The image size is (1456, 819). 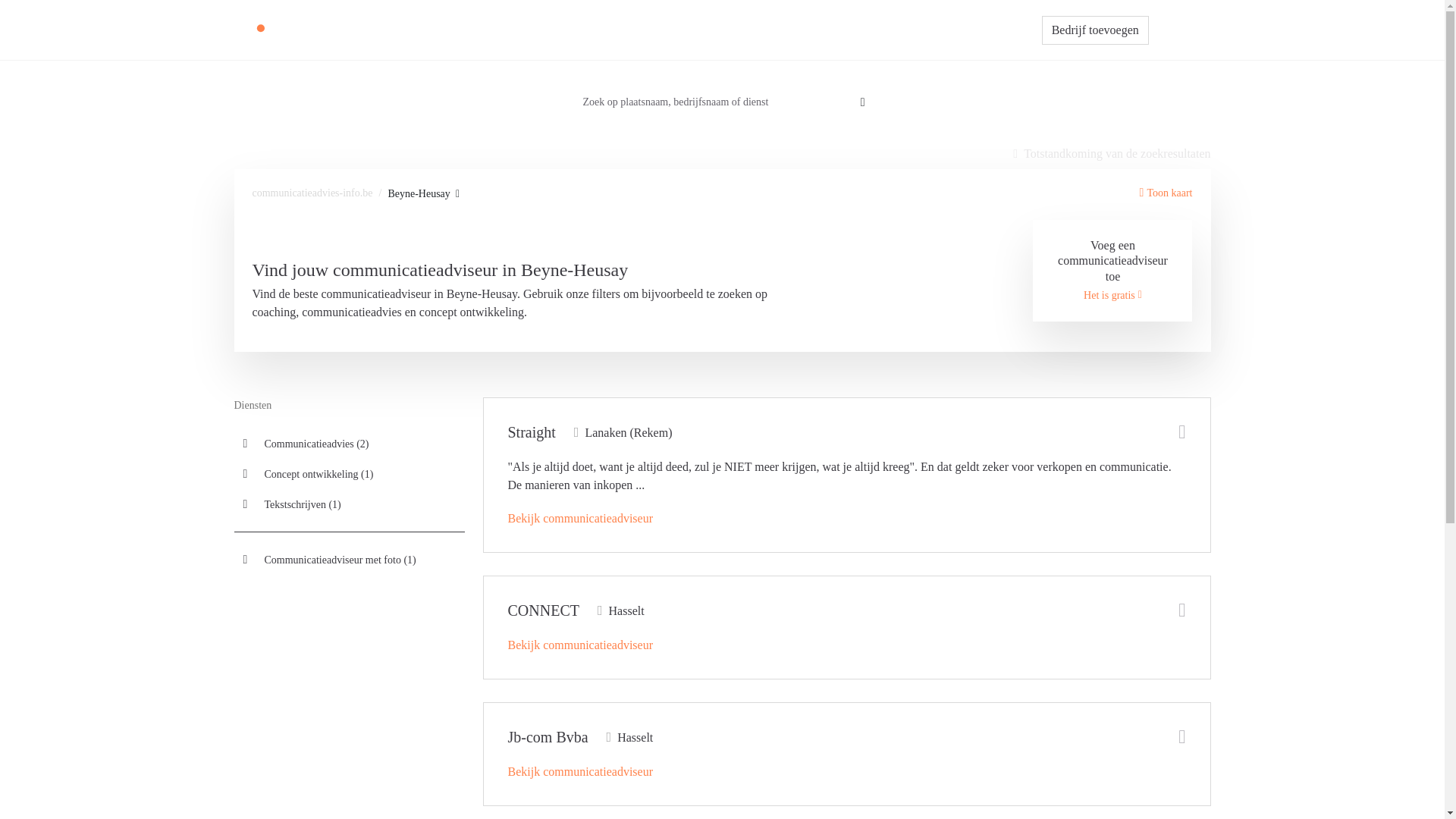 I want to click on 'communicatieadvies-info.be', so click(x=311, y=192).